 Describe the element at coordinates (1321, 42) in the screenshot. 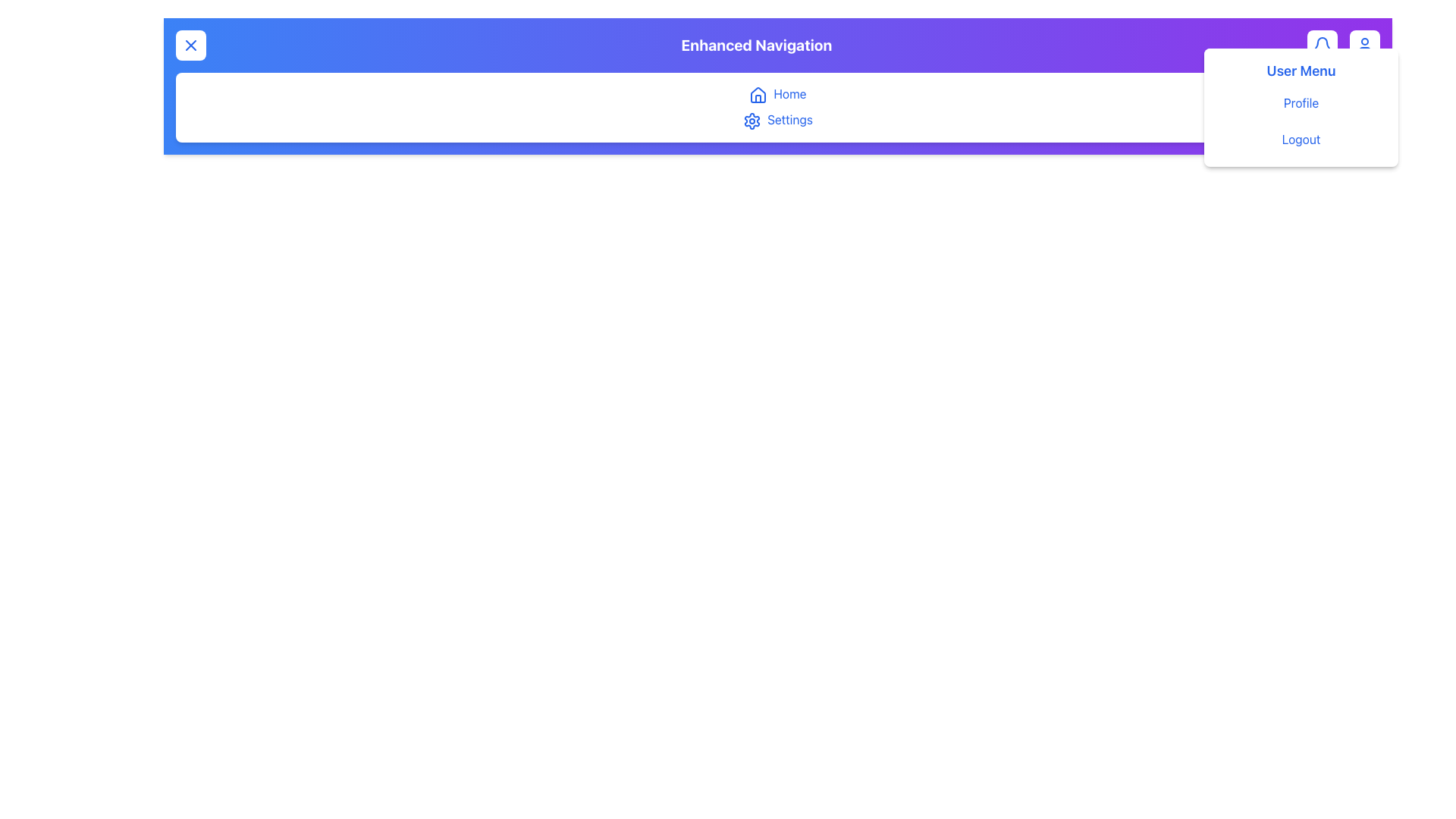

I see `the notification icon located in the top-right corner of the interface` at that location.